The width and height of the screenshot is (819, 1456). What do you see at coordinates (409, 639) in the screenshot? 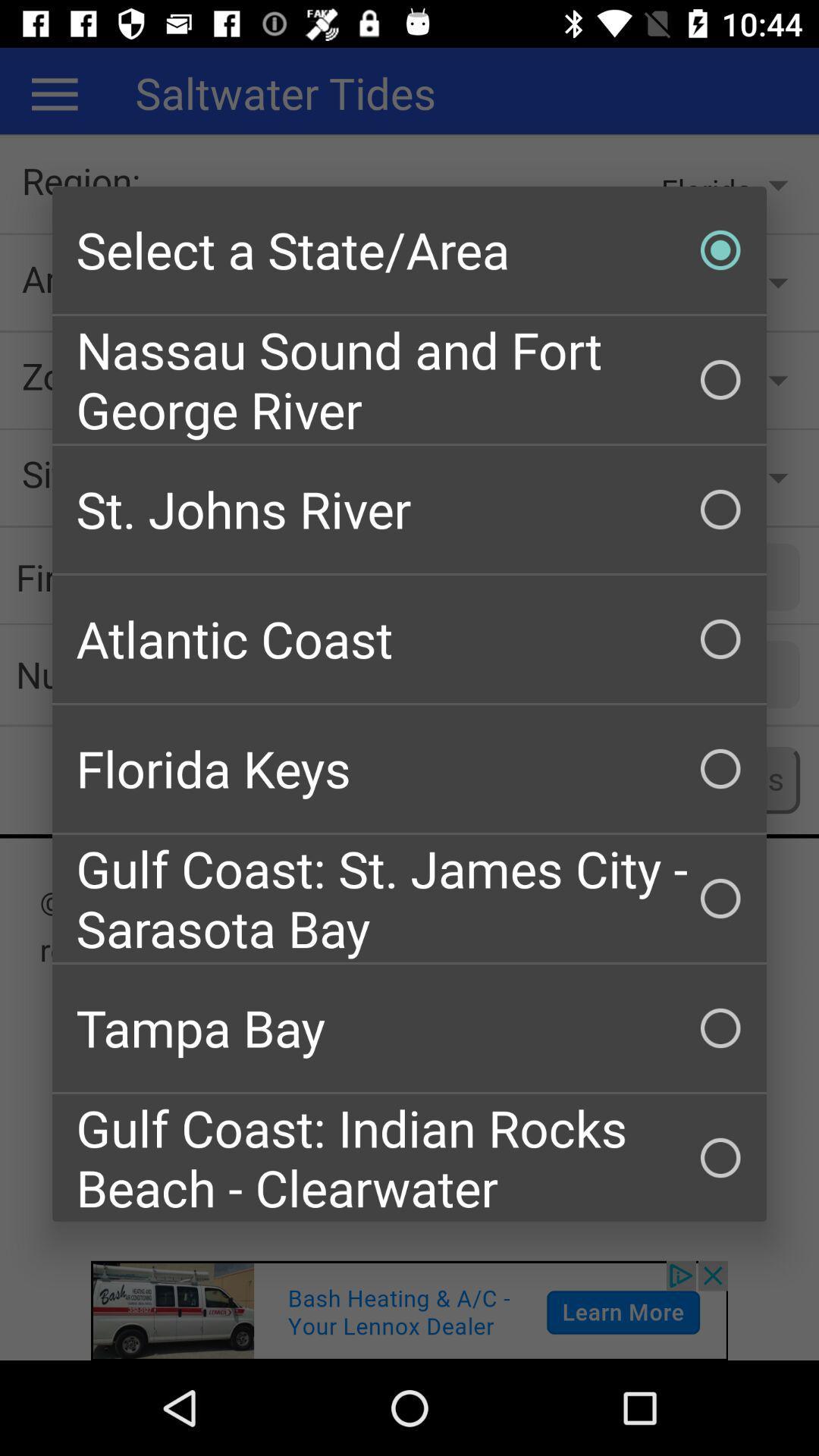
I see `the icon below st. johns river icon` at bounding box center [409, 639].